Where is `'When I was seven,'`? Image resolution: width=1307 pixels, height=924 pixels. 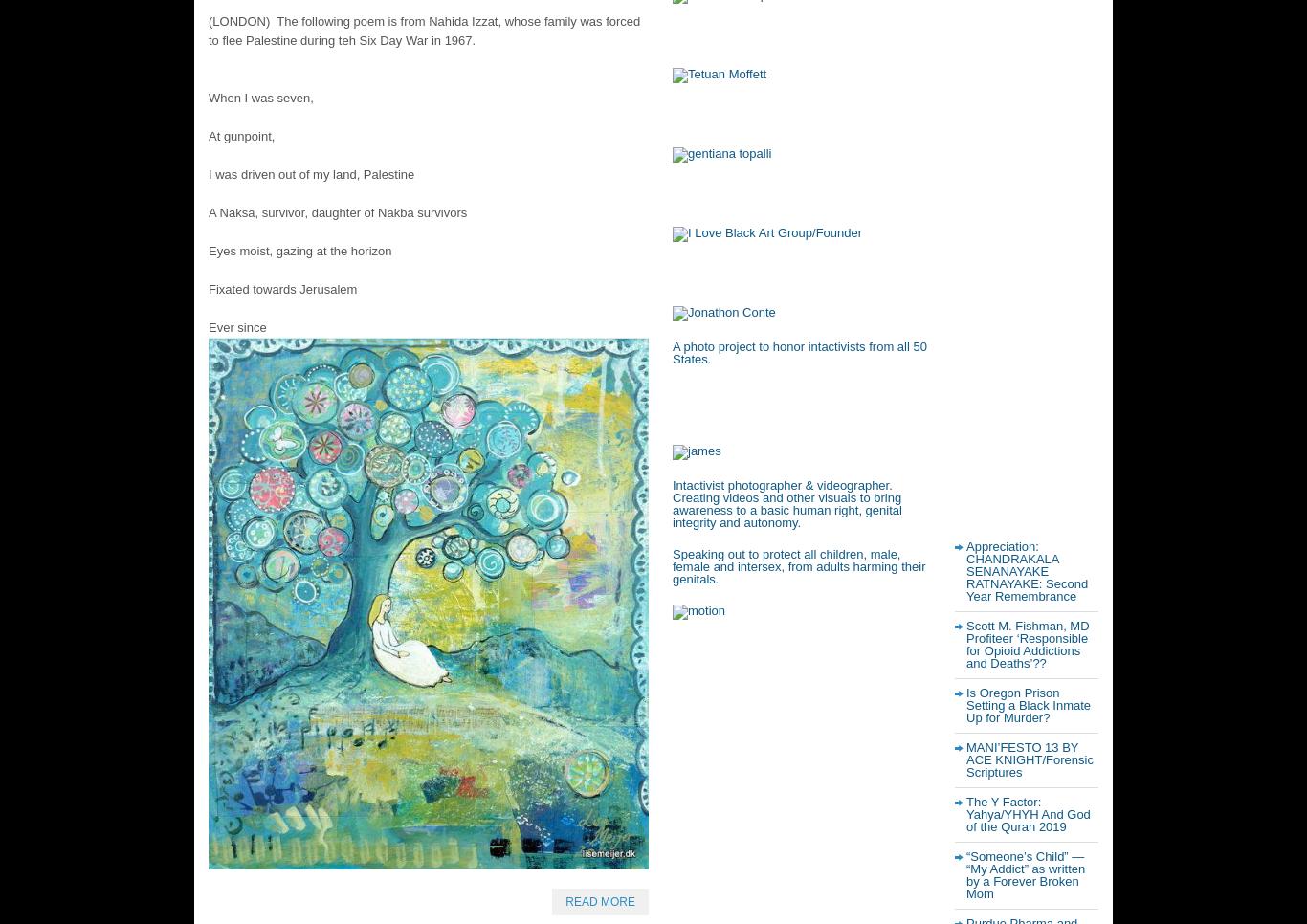
'When I was seven,' is located at coordinates (260, 96).